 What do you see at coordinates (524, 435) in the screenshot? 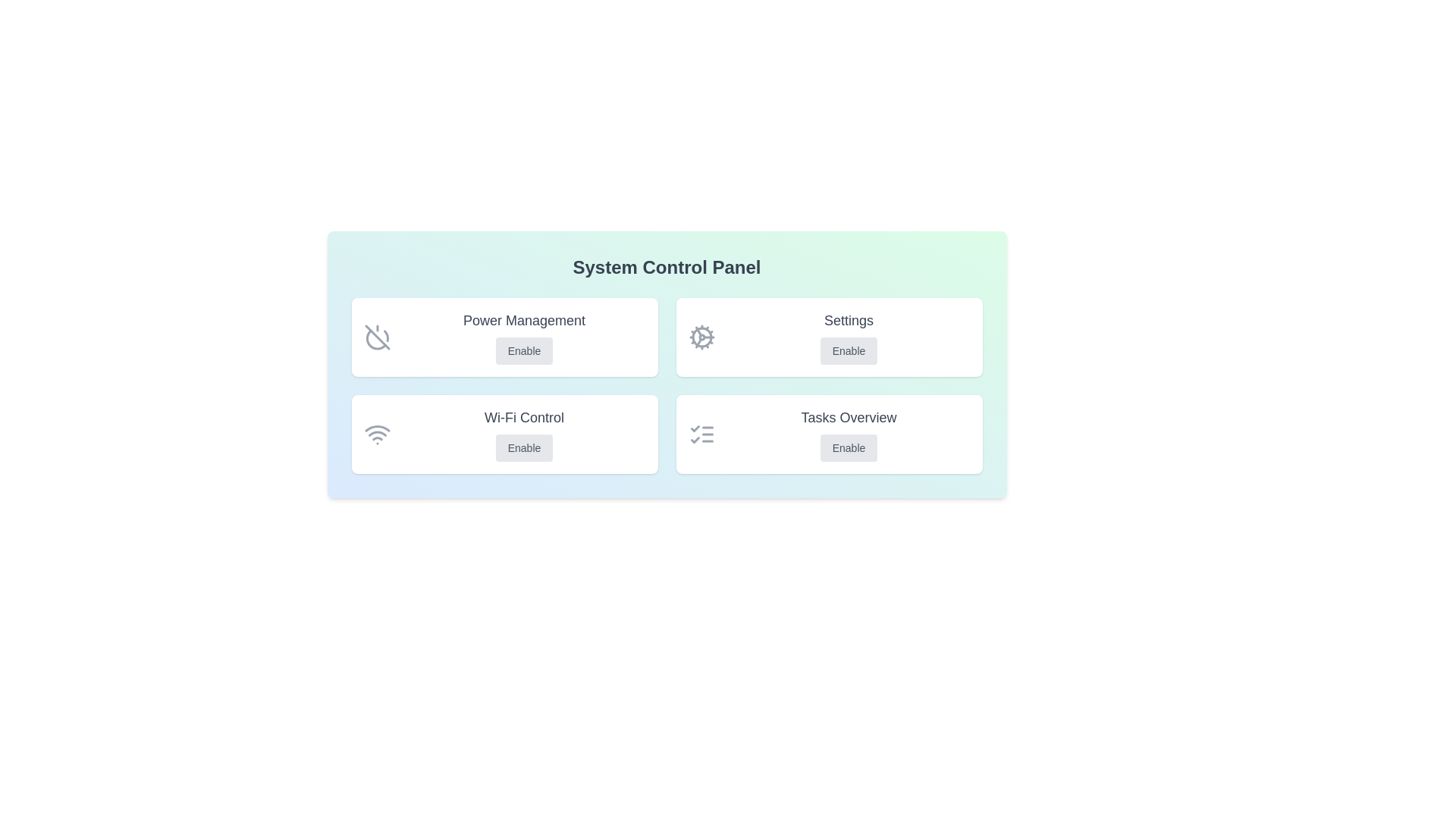
I see `the 'Enable' button in the 'Wi-Fi Control' section` at bounding box center [524, 435].